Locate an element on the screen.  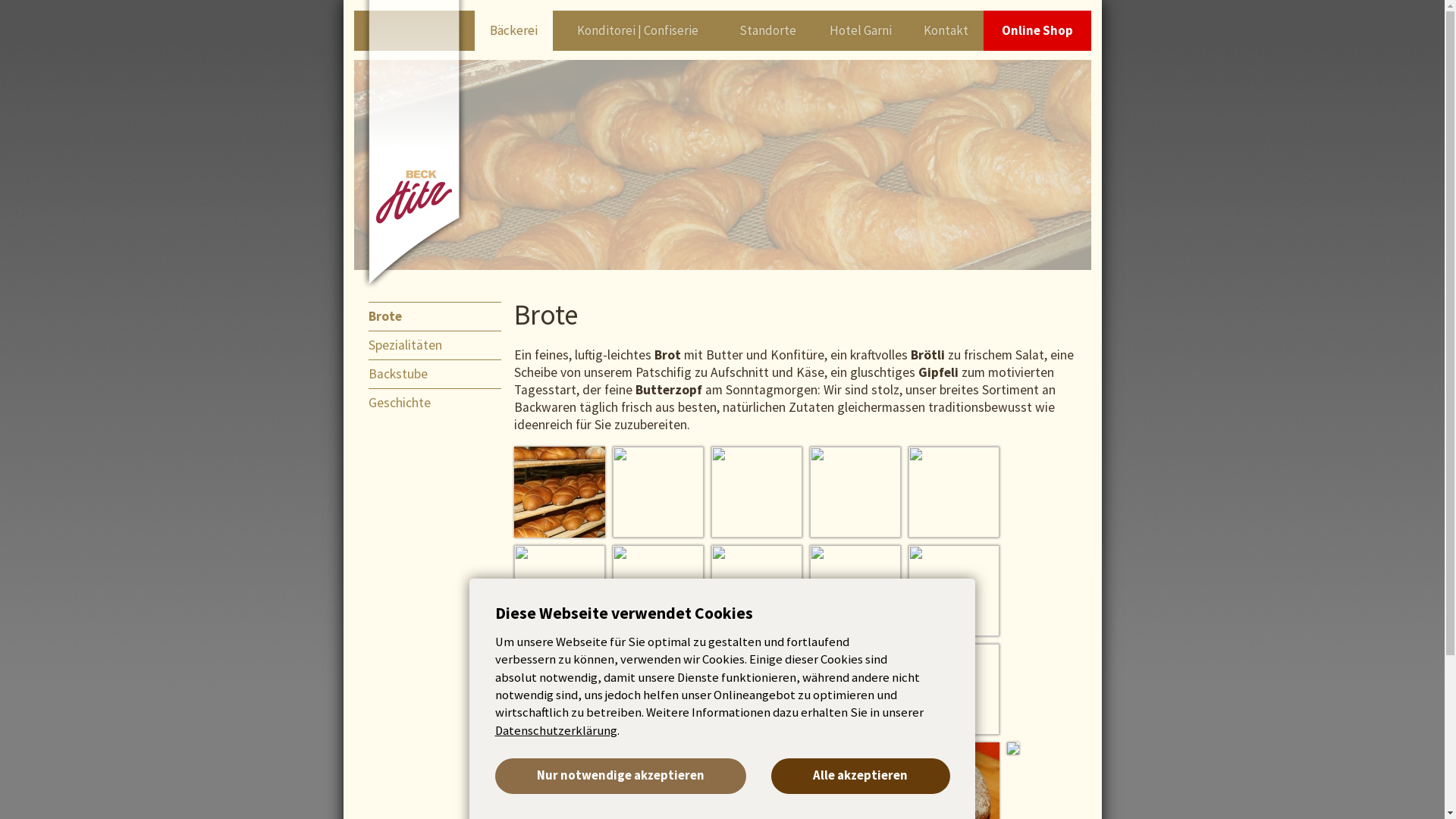
'Hotel Garni' is located at coordinates (860, 30).